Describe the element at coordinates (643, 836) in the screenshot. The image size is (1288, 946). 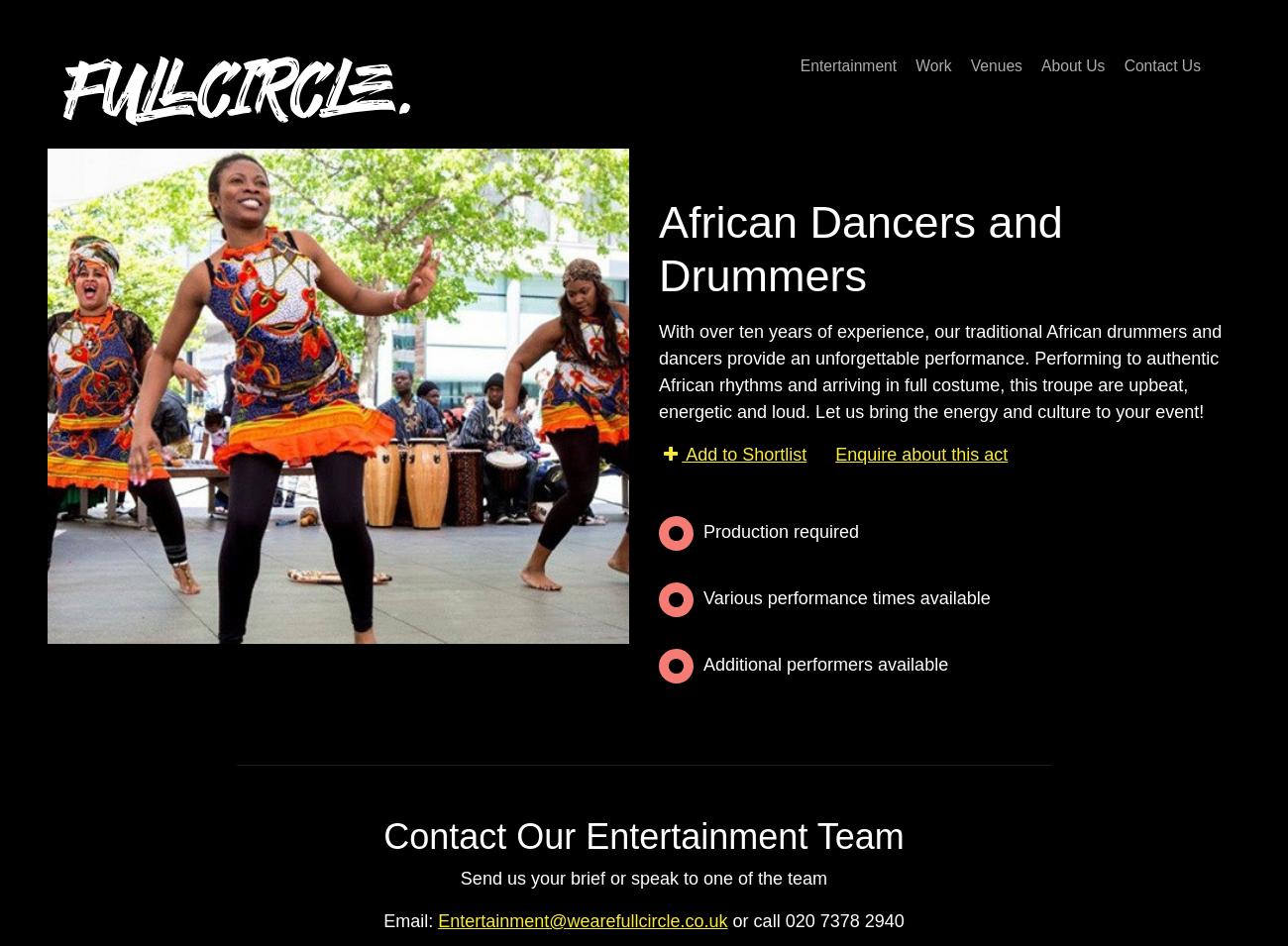
I see `'Contact Our Entertainment Team'` at that location.